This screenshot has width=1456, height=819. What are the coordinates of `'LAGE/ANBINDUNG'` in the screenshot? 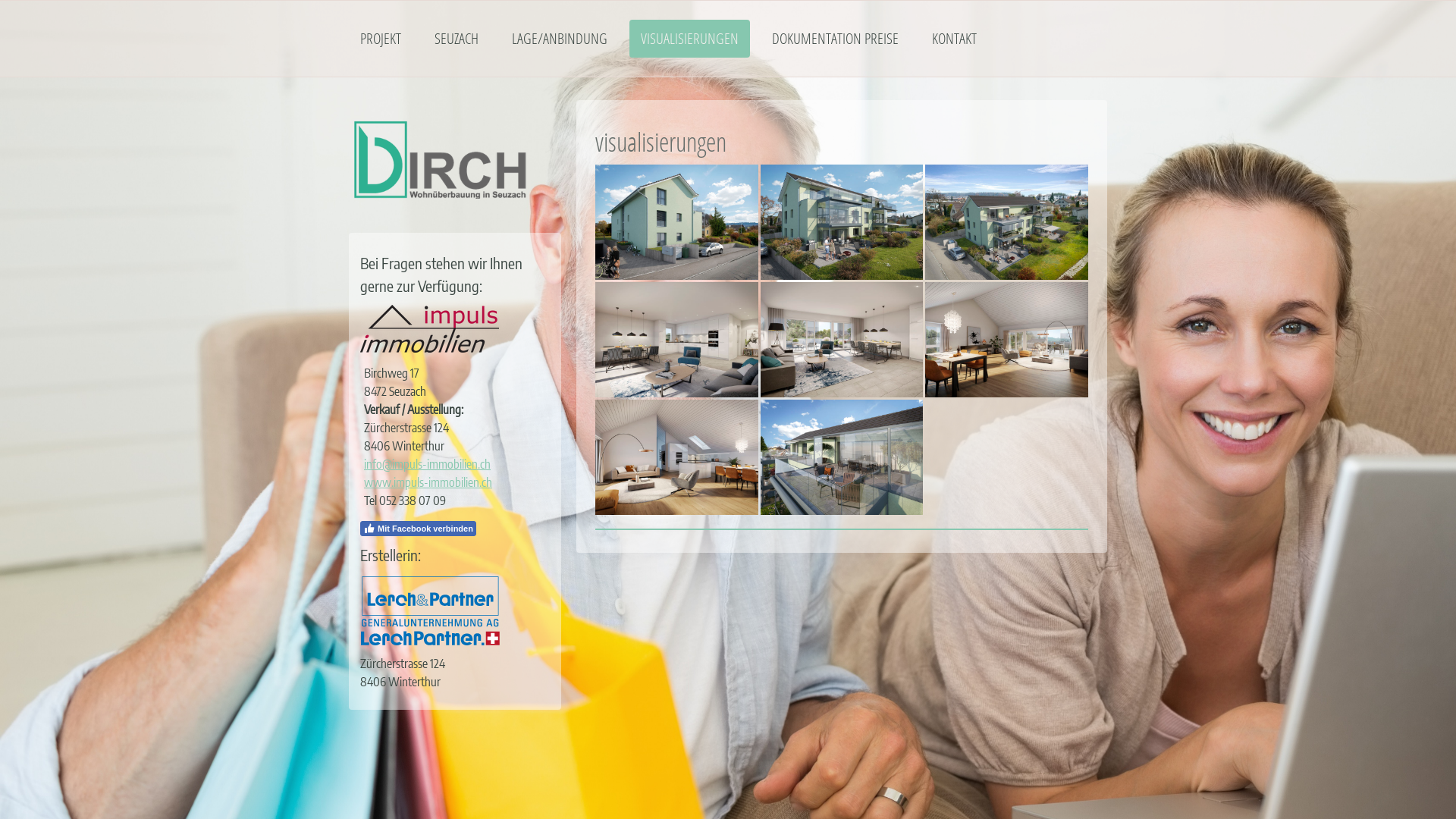 It's located at (559, 37).